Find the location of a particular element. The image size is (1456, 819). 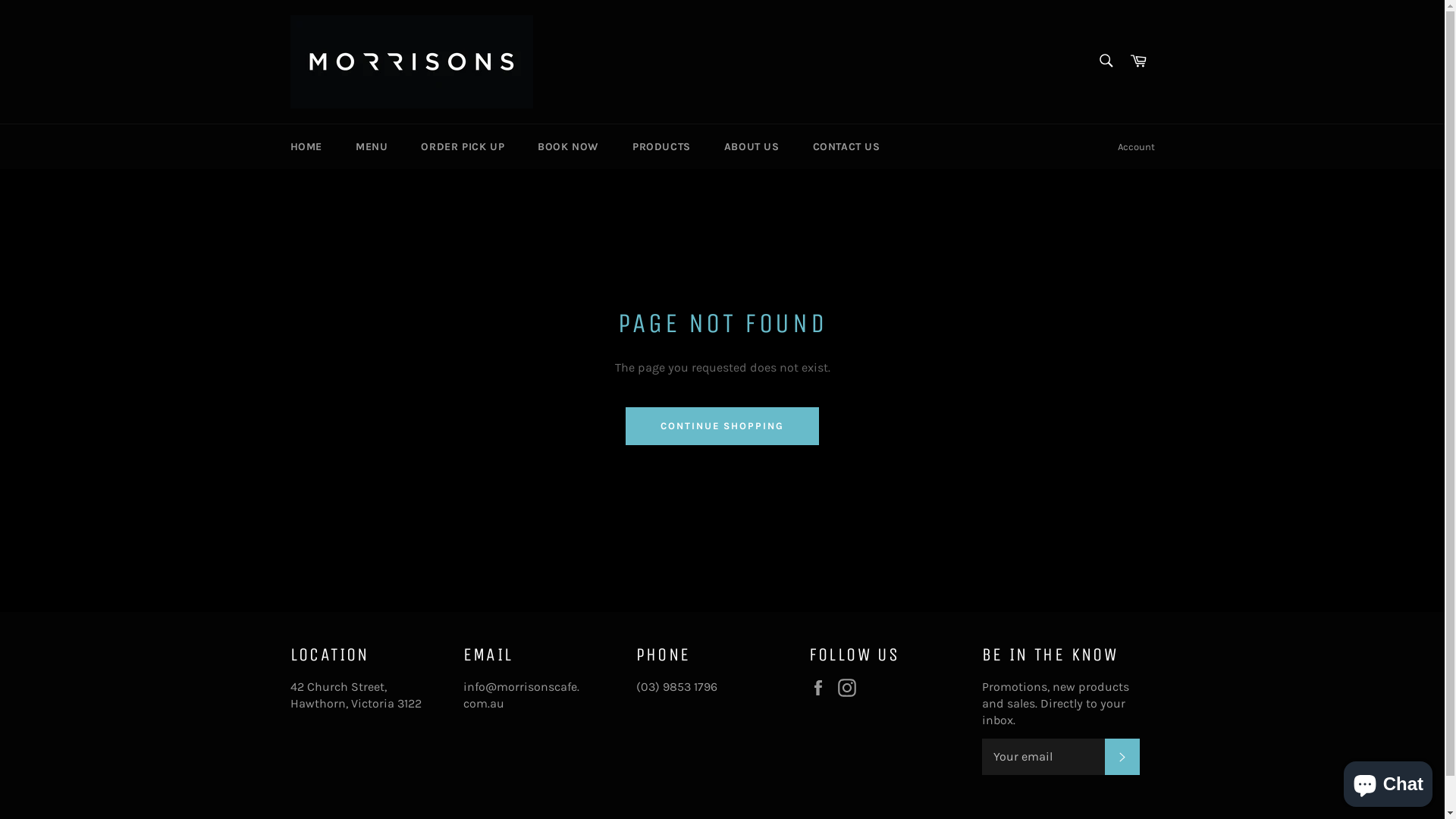

'ORDER PICK UP' is located at coordinates (461, 146).